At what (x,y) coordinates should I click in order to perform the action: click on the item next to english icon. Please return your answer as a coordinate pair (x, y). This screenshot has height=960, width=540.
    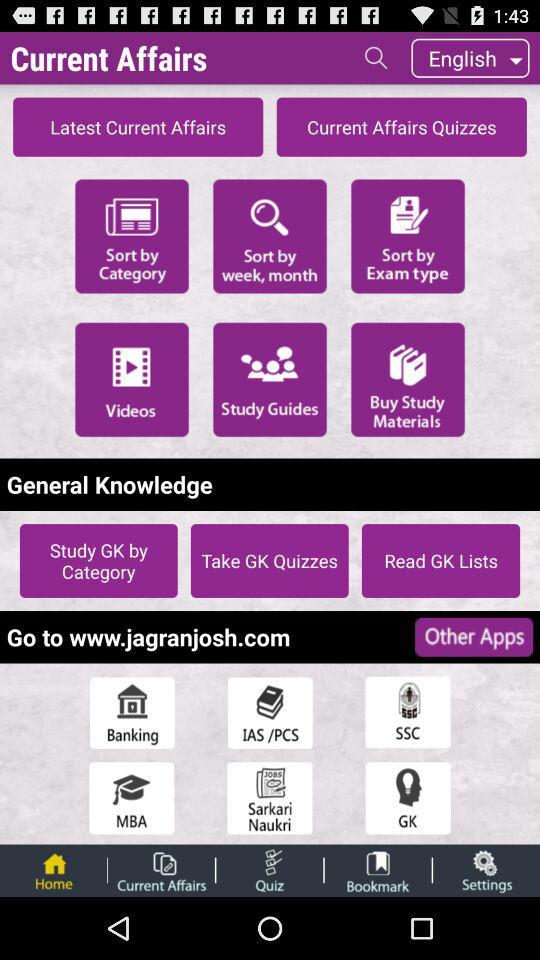
    Looking at the image, I should click on (376, 56).